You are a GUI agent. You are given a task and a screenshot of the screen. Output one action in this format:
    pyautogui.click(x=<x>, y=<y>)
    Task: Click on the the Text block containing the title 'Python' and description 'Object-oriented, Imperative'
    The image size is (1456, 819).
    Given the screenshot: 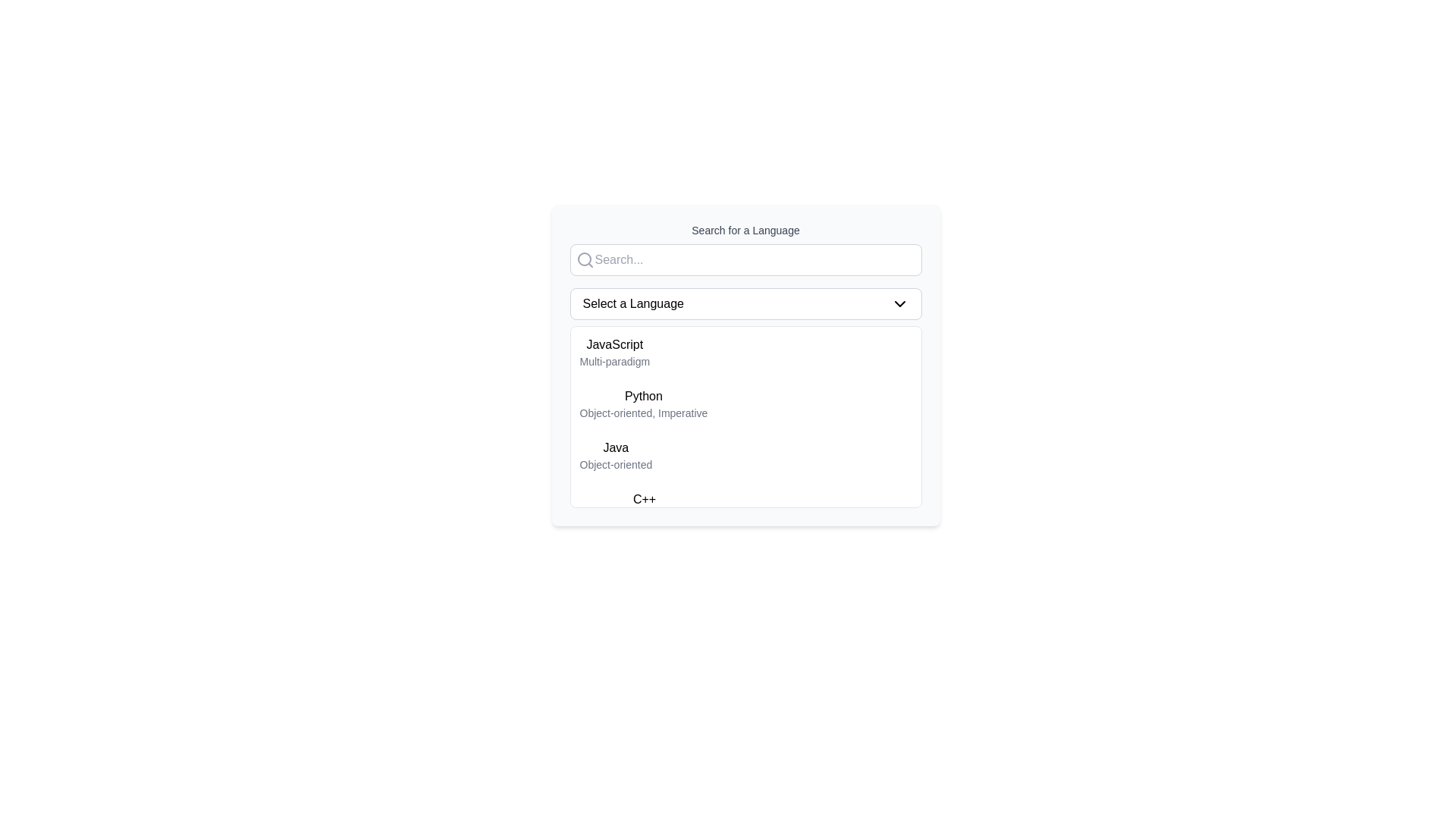 What is the action you would take?
    pyautogui.click(x=644, y=403)
    